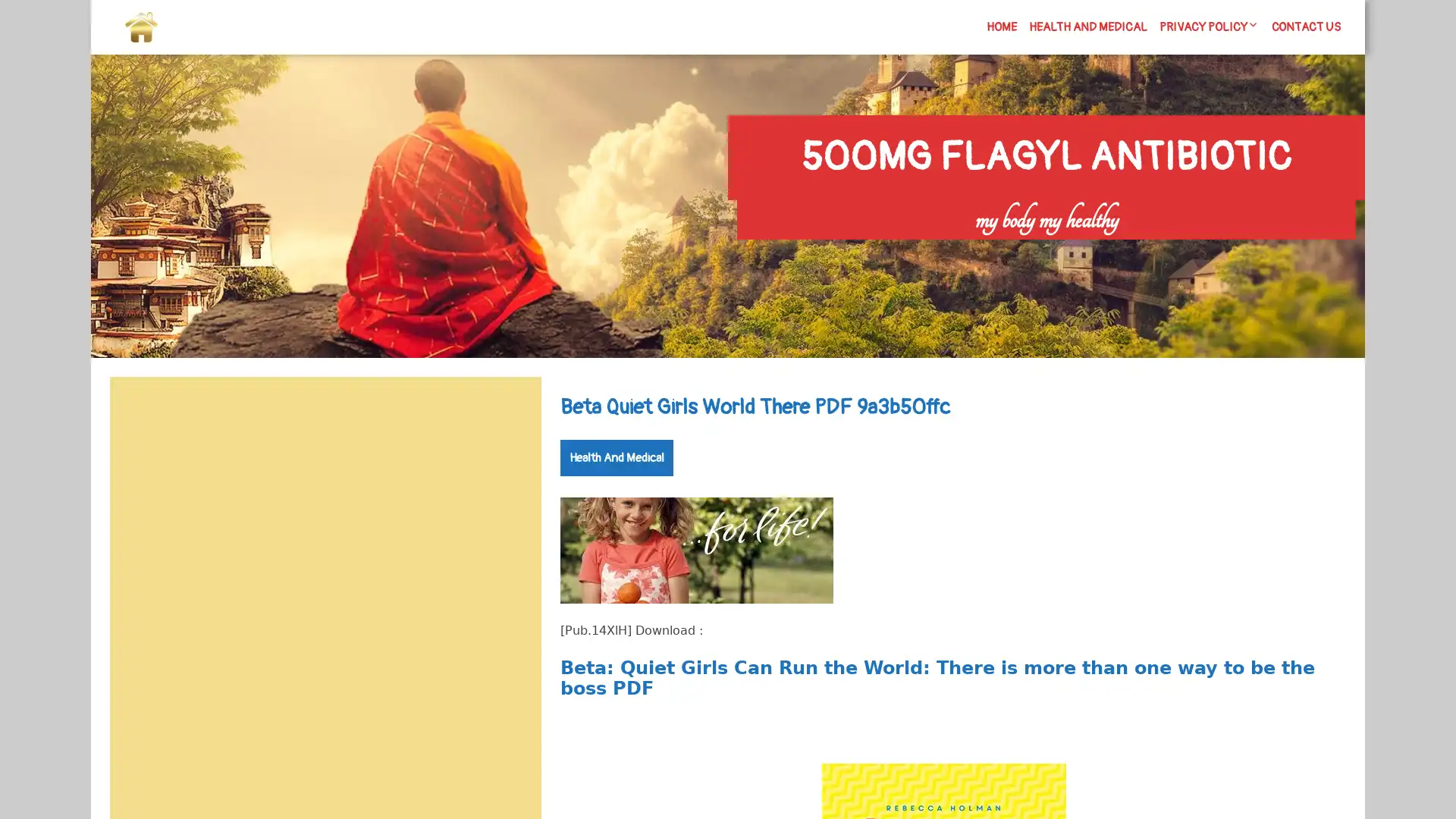 This screenshot has width=1456, height=819. What do you see at coordinates (506, 413) in the screenshot?
I see `Search` at bounding box center [506, 413].